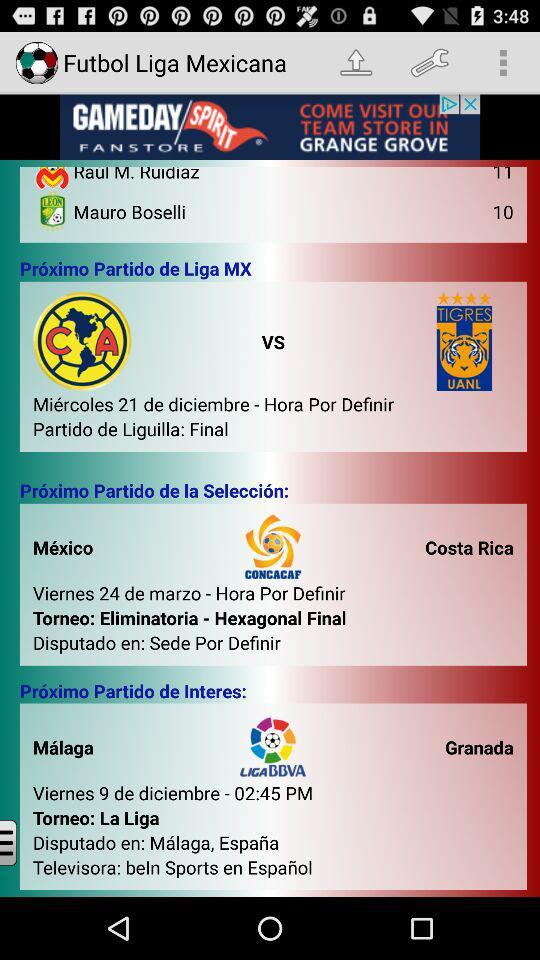 This screenshot has height=960, width=540. I want to click on the logo which is above the text miercoles 21 de diciembre, so click(82, 341).